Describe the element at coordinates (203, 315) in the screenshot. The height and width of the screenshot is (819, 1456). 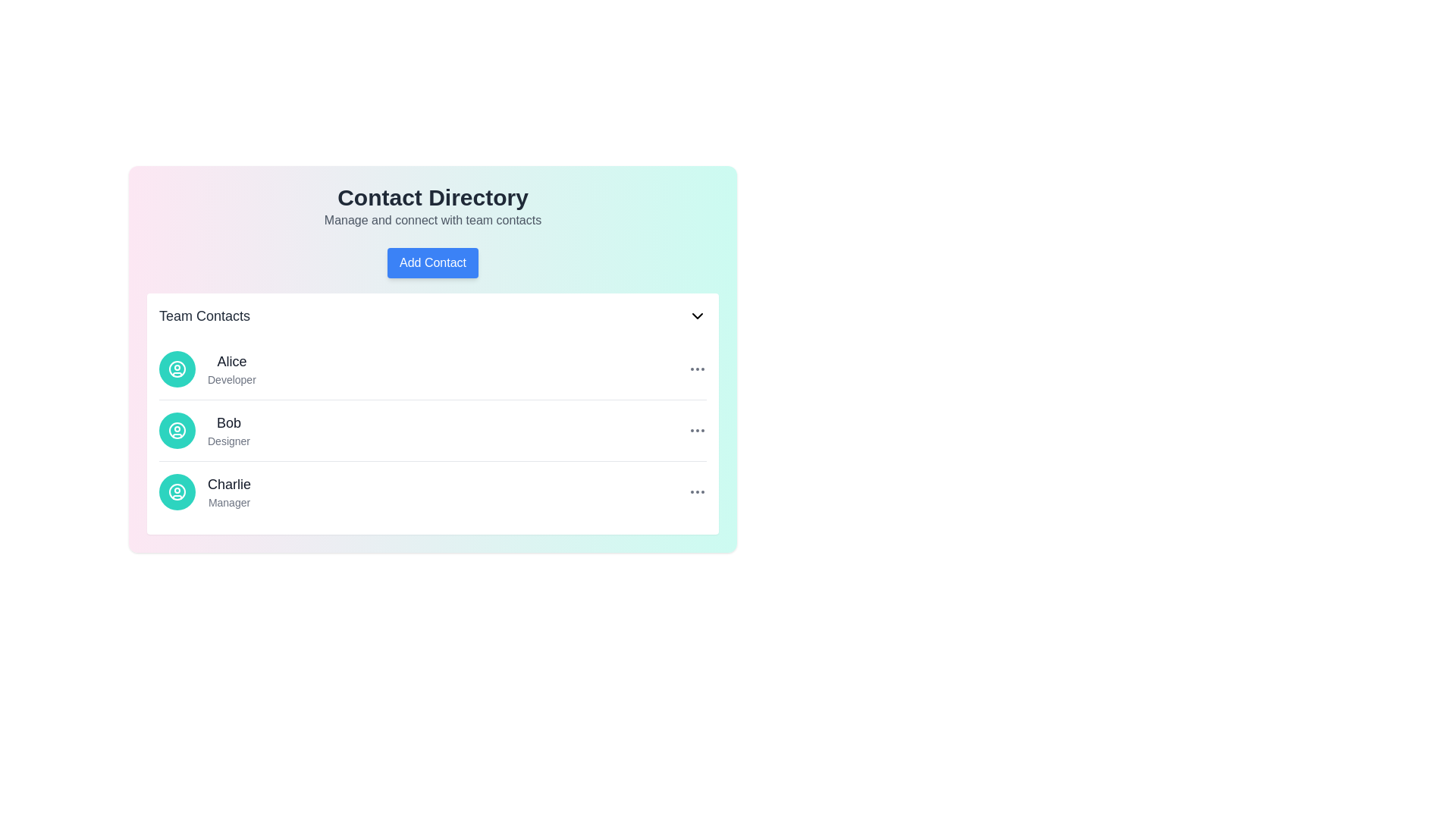
I see `the 'Team Contacts' text label, which is styled with a larger font size and dark gray color, located in the top left corner of the contact information box beneath the 'Contact Directory' heading` at that location.